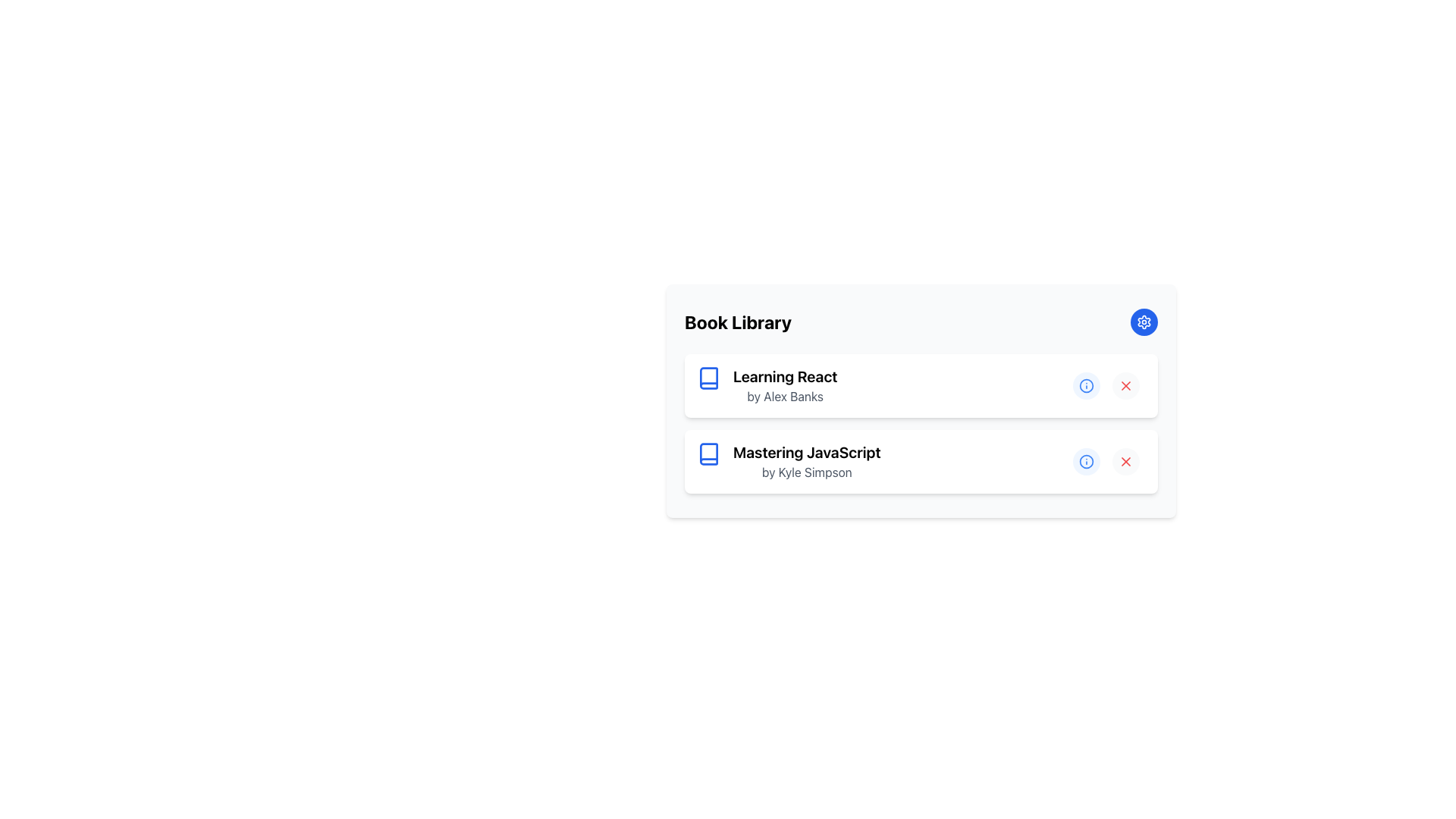  Describe the element at coordinates (1144, 321) in the screenshot. I see `the settings button located in the top-right corner of the 'Book Library' section` at that location.